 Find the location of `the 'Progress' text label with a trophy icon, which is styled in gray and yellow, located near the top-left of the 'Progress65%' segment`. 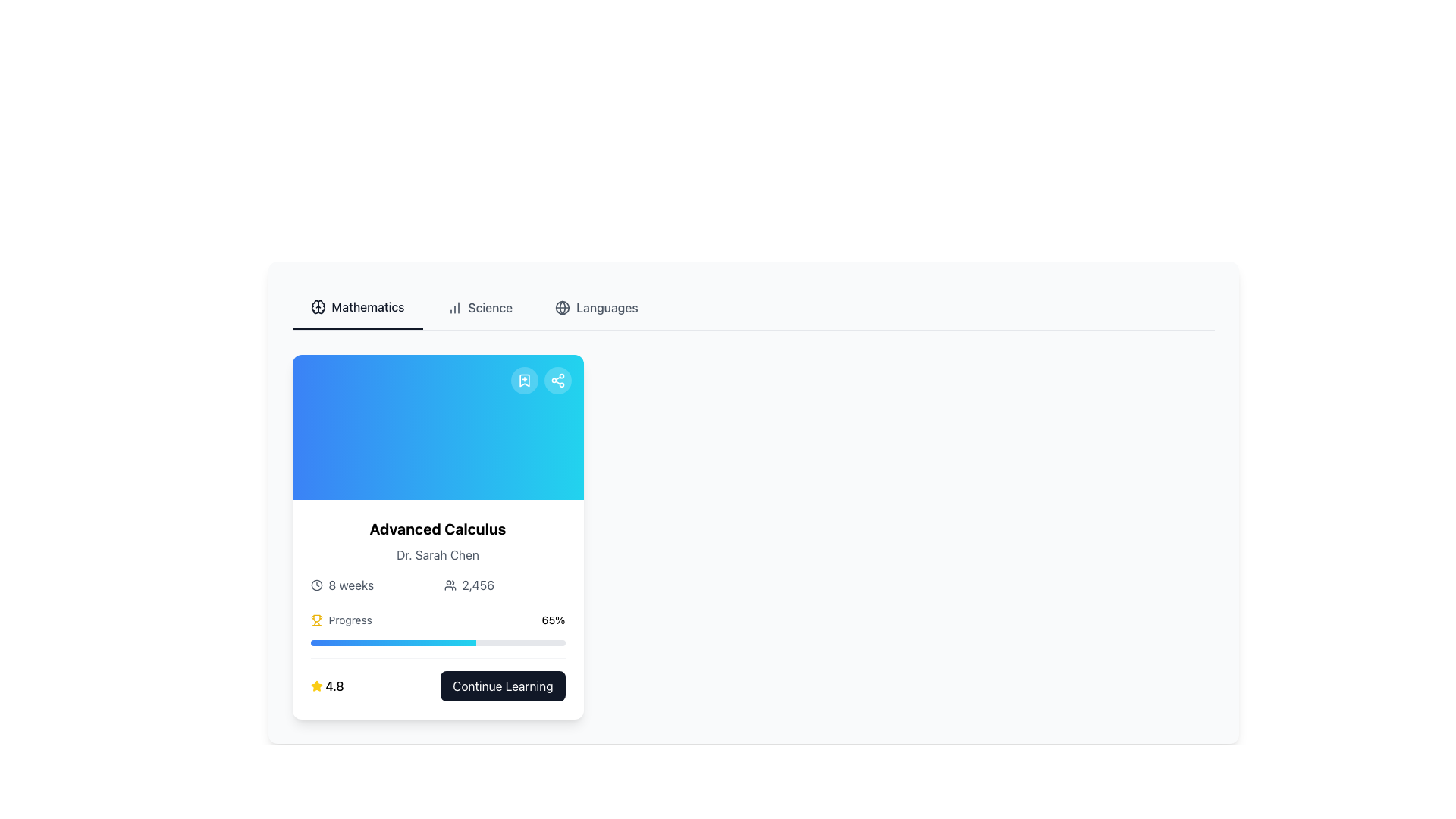

the 'Progress' text label with a trophy icon, which is styled in gray and yellow, located near the top-left of the 'Progress65%' segment is located at coordinates (340, 620).